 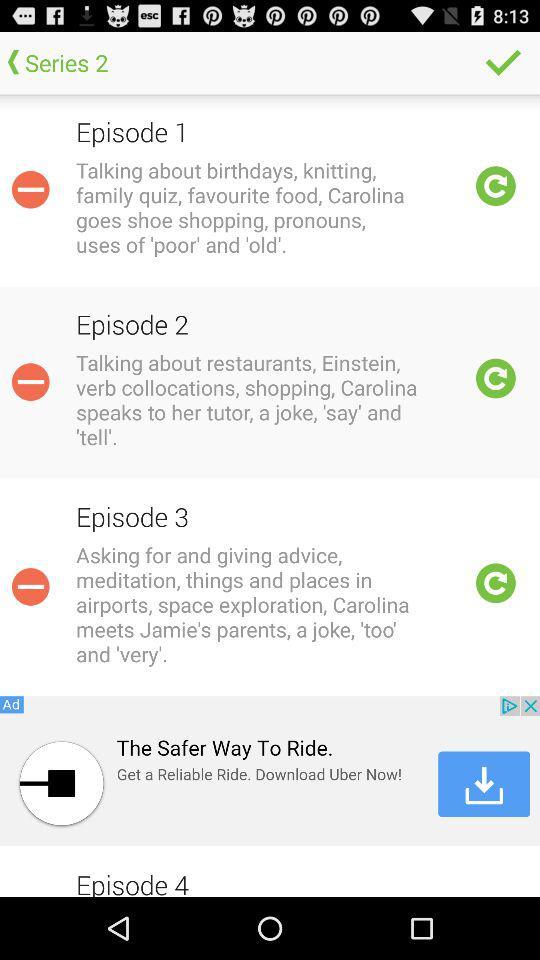 What do you see at coordinates (270, 770) in the screenshot?
I see `click on advertisement` at bounding box center [270, 770].